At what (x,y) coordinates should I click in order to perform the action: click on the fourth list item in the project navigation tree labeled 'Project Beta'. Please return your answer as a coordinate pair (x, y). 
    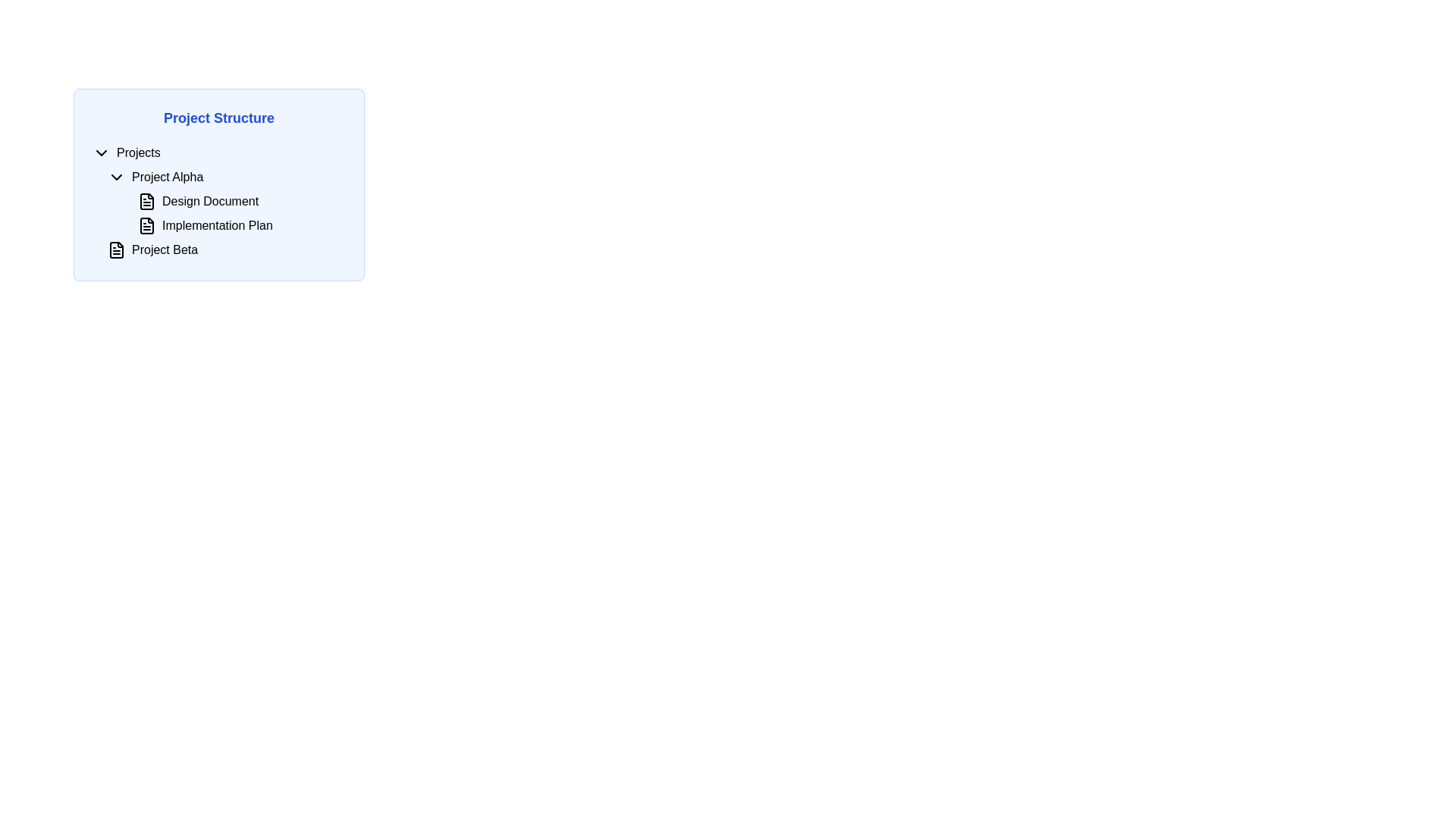
    Looking at the image, I should click on (218, 249).